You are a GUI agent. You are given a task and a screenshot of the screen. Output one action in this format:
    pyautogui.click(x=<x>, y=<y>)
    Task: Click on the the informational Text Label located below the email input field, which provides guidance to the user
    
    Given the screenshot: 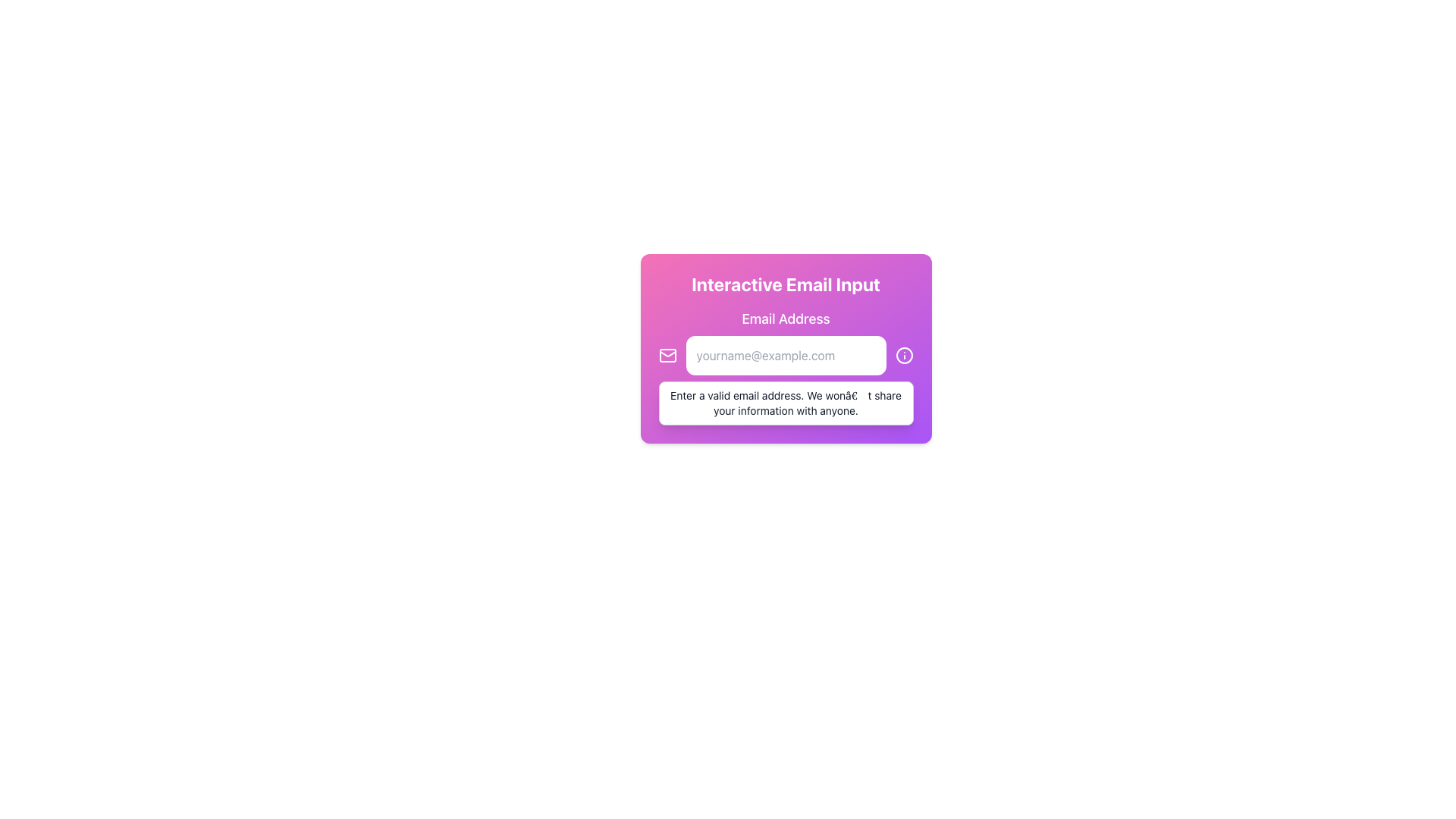 What is the action you would take?
    pyautogui.click(x=786, y=403)
    